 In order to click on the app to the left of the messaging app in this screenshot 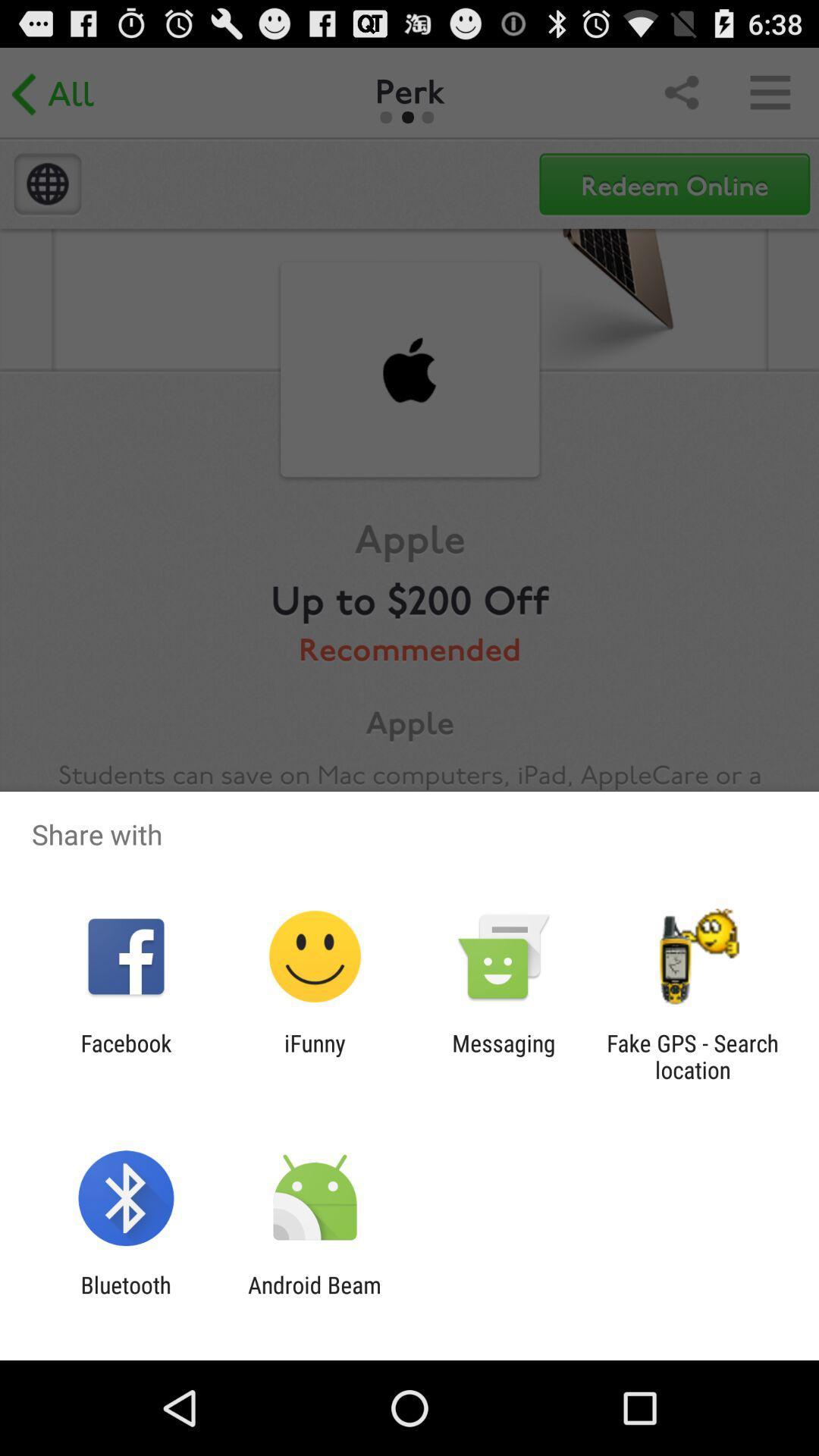, I will do `click(314, 1056)`.